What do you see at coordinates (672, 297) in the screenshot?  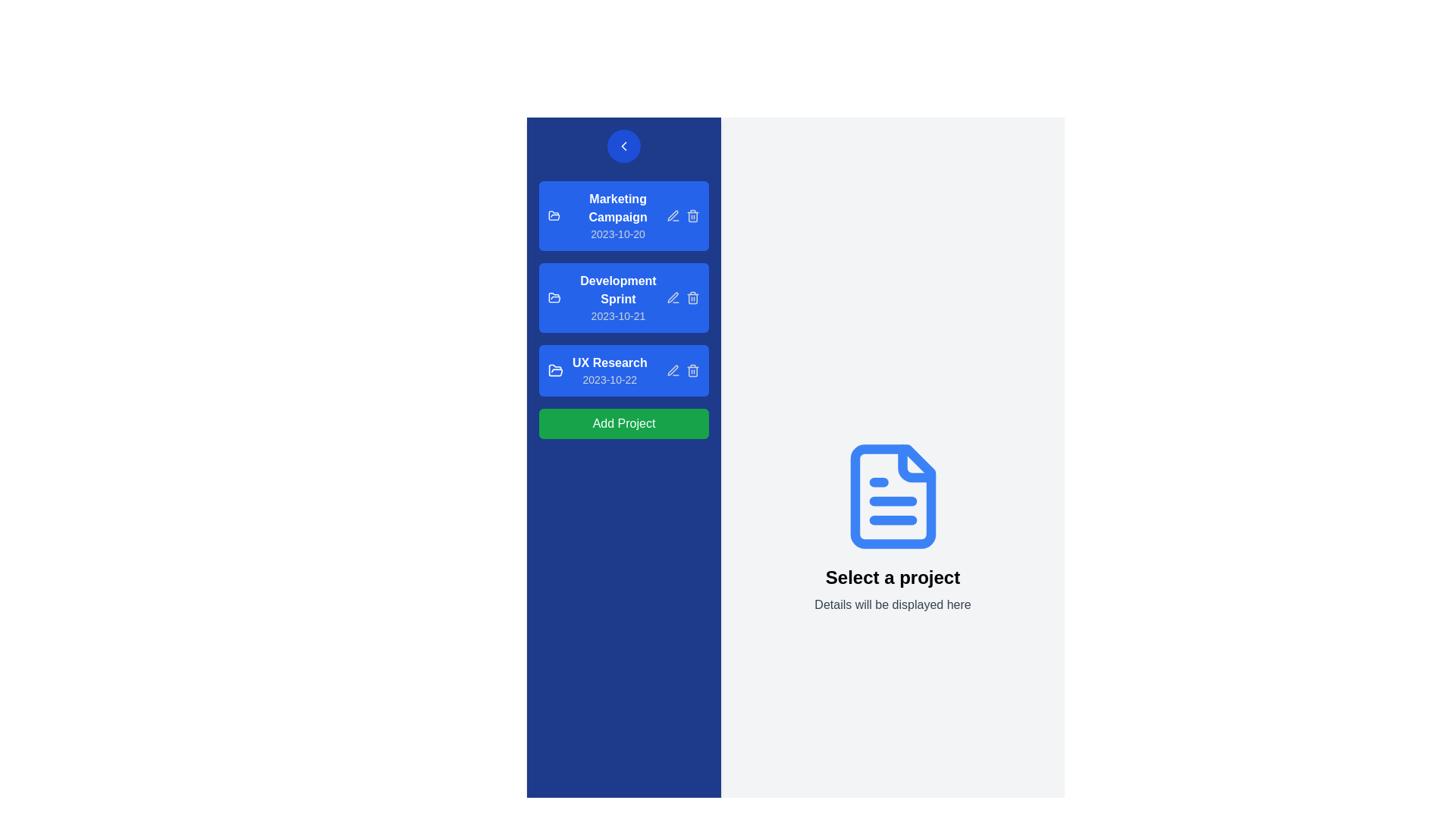 I see `the pen icon button located to the right of the 'Development Sprint' text to initiate edit mode for the associated list item` at bounding box center [672, 297].